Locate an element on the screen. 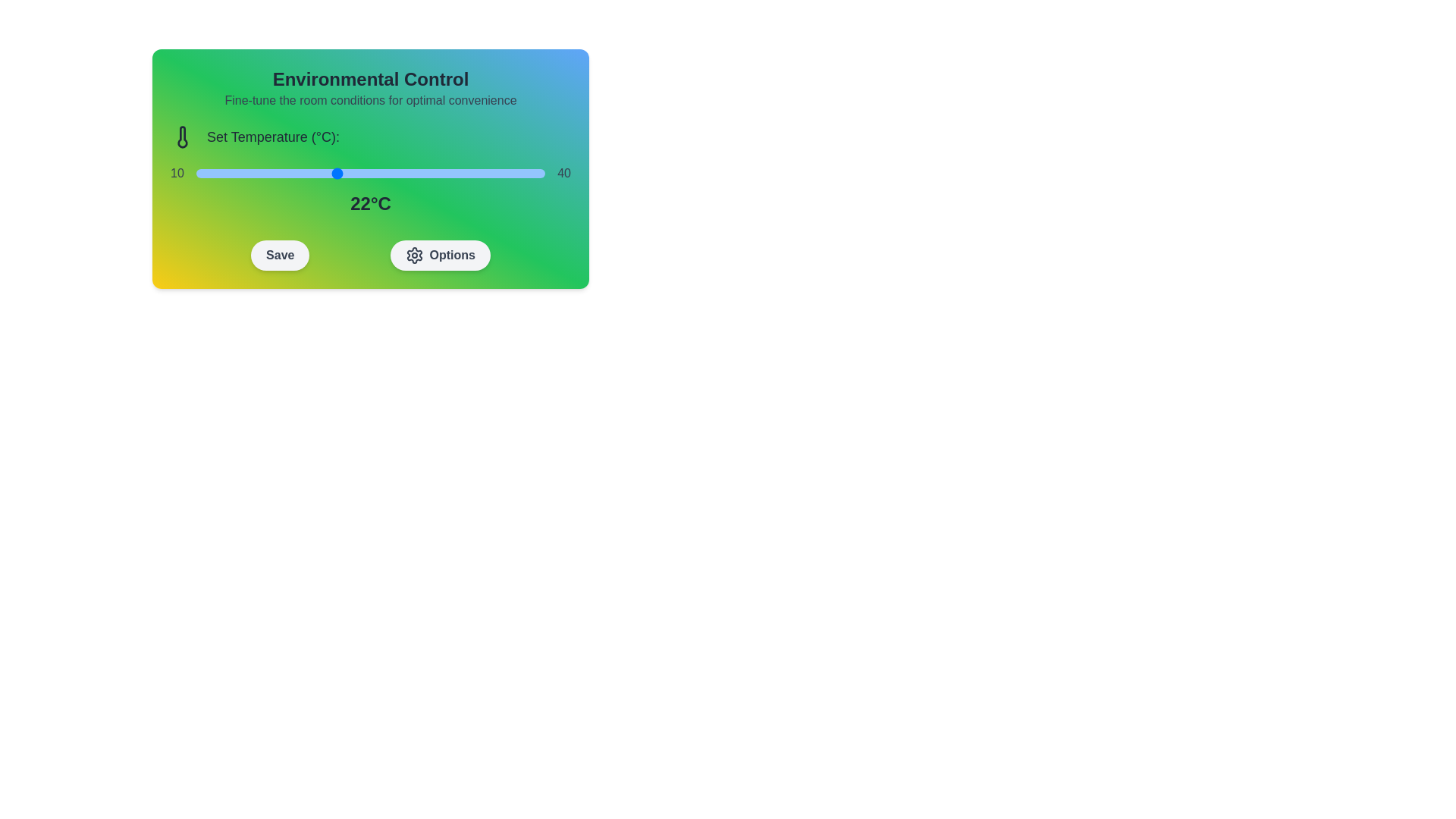 This screenshot has height=819, width=1456. the decorative temperature icon located to the left of the 'Set Temperature (°C):' label is located at coordinates (182, 137).